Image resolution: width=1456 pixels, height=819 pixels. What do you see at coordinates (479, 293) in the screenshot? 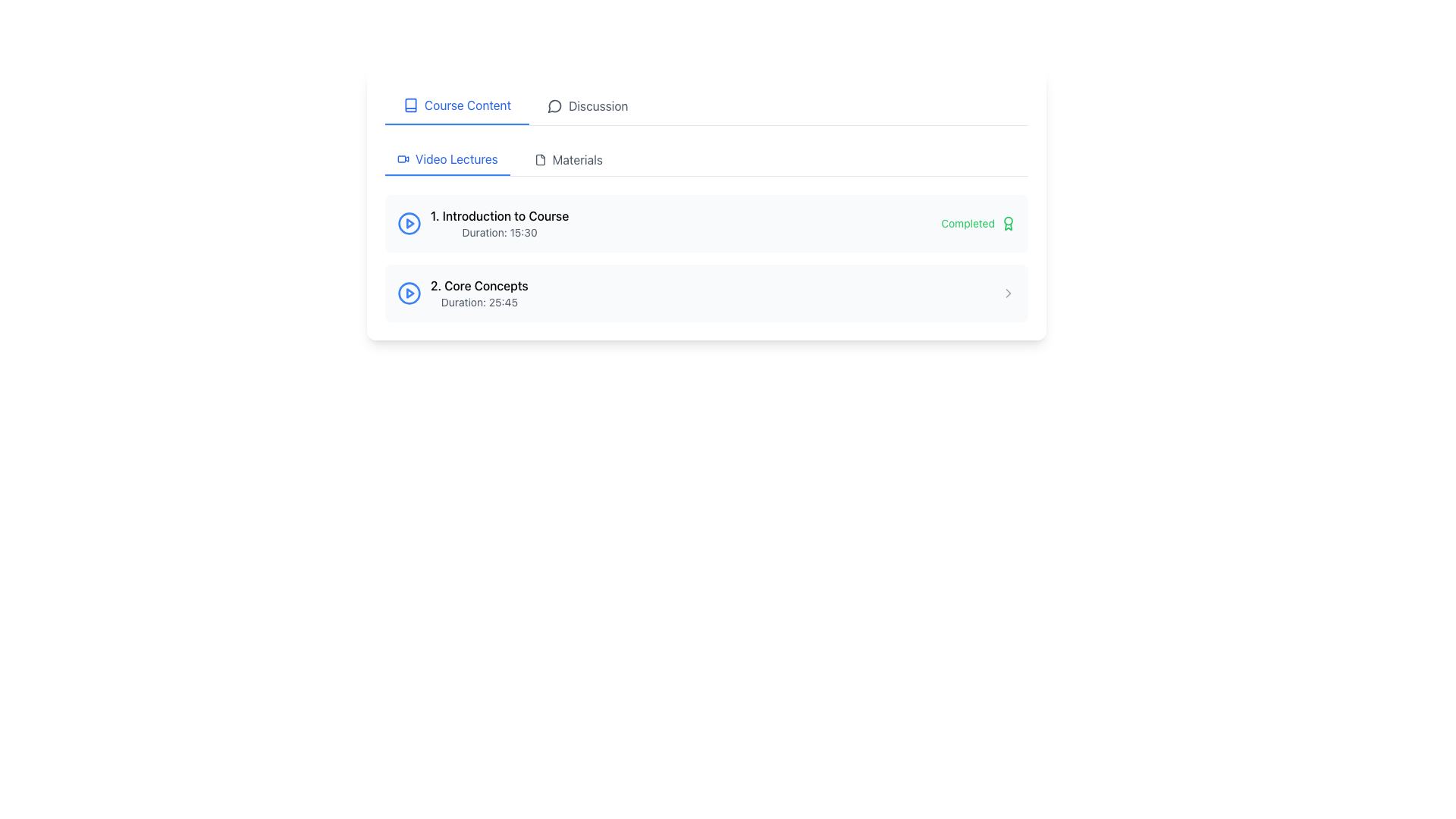
I see `the text label element displaying '2. Core Concepts' along with its duration 'Duration: 25:45', located in the list of video lectures as the second item` at bounding box center [479, 293].